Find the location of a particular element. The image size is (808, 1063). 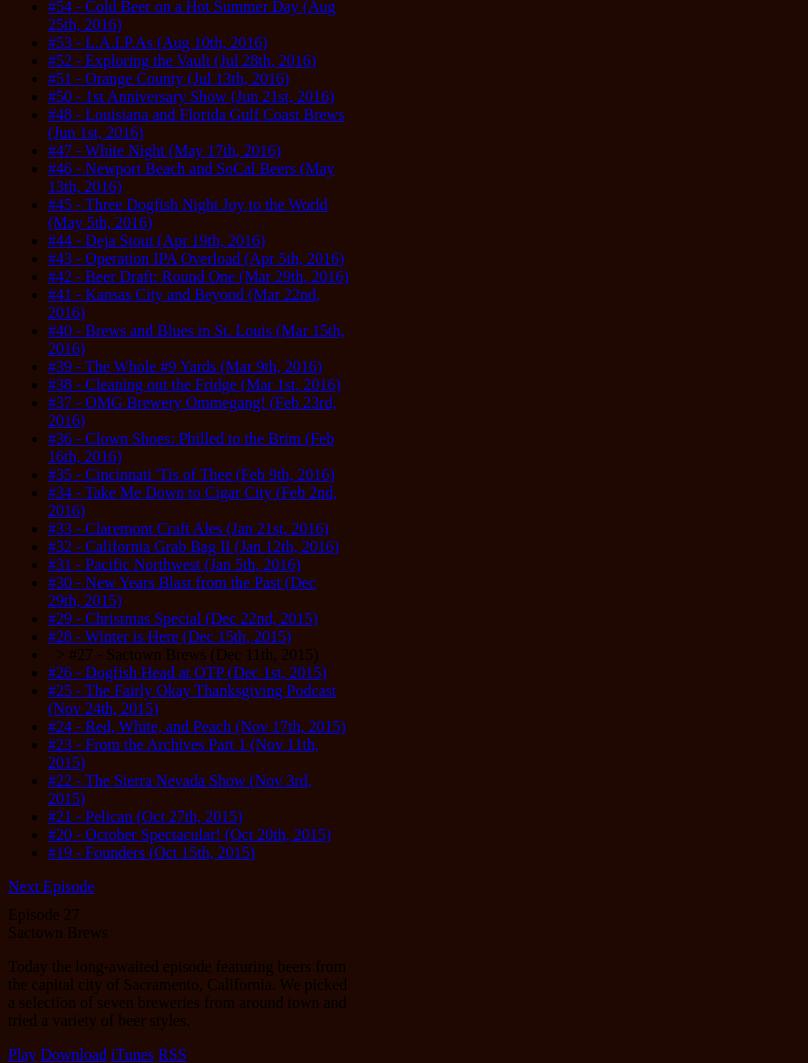

'iTunes' is located at coordinates (131, 1053).